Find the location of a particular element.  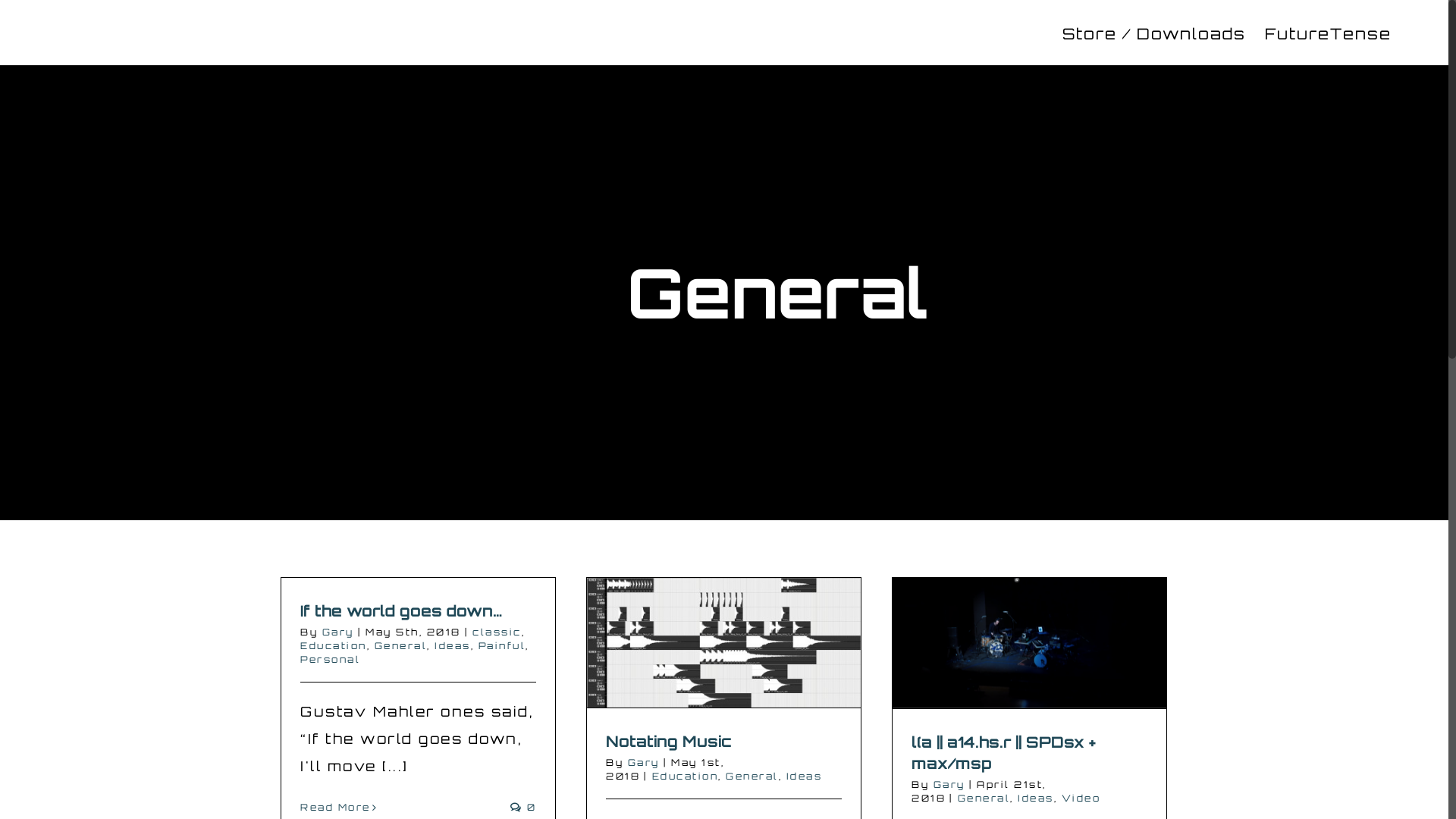

'General' is located at coordinates (400, 645).